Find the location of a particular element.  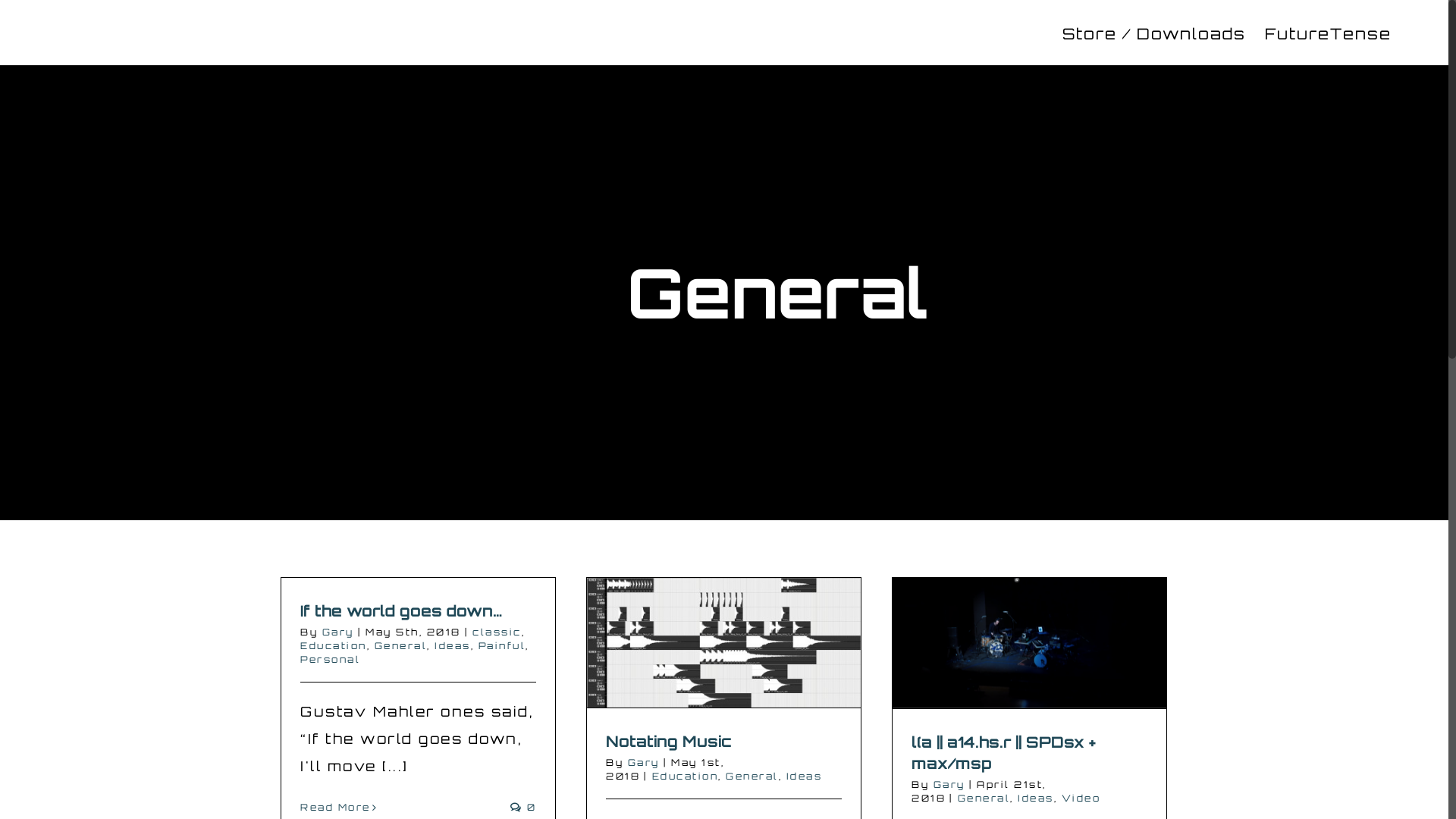

'General' is located at coordinates (400, 645).